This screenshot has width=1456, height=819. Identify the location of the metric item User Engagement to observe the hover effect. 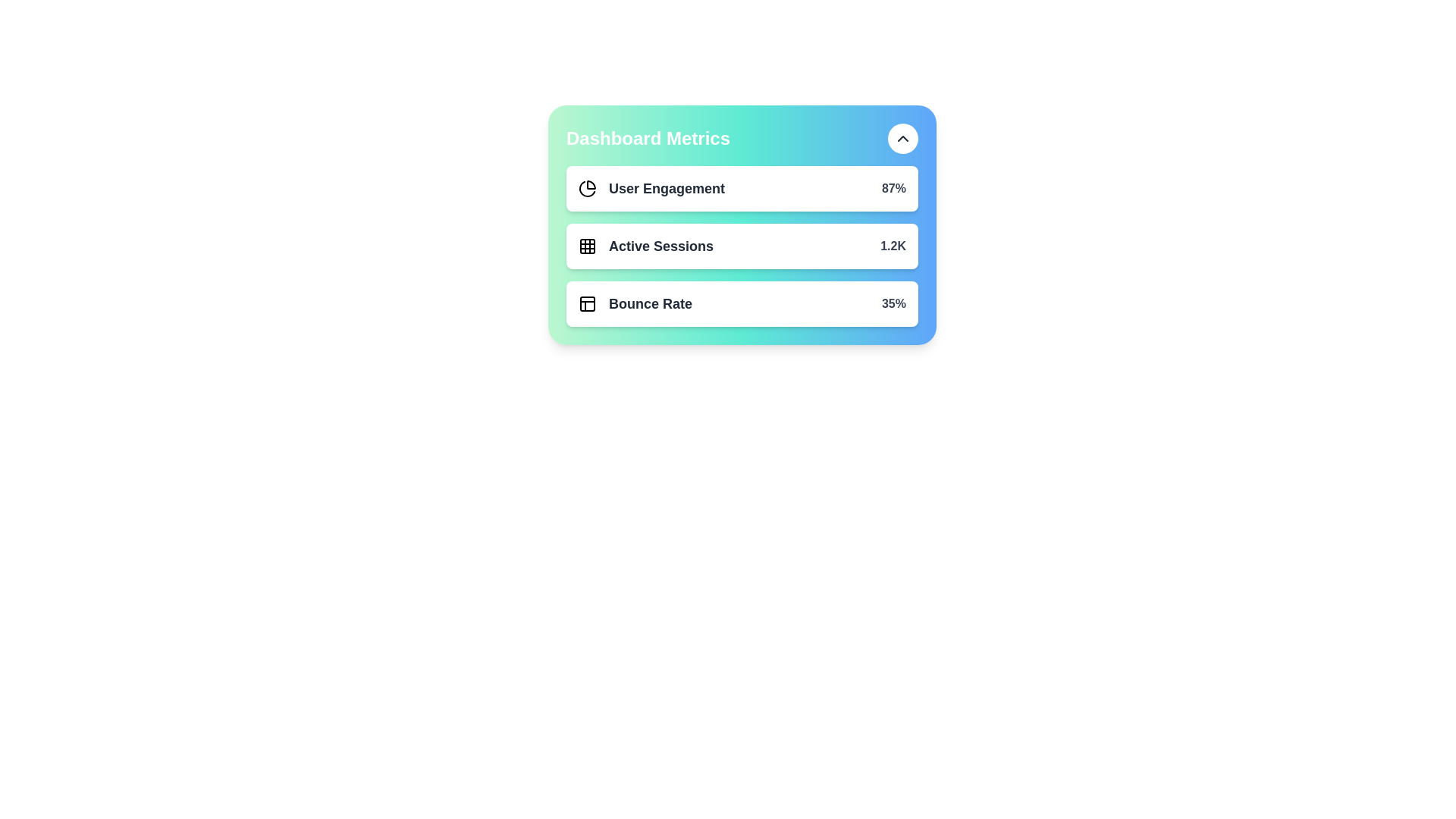
(742, 188).